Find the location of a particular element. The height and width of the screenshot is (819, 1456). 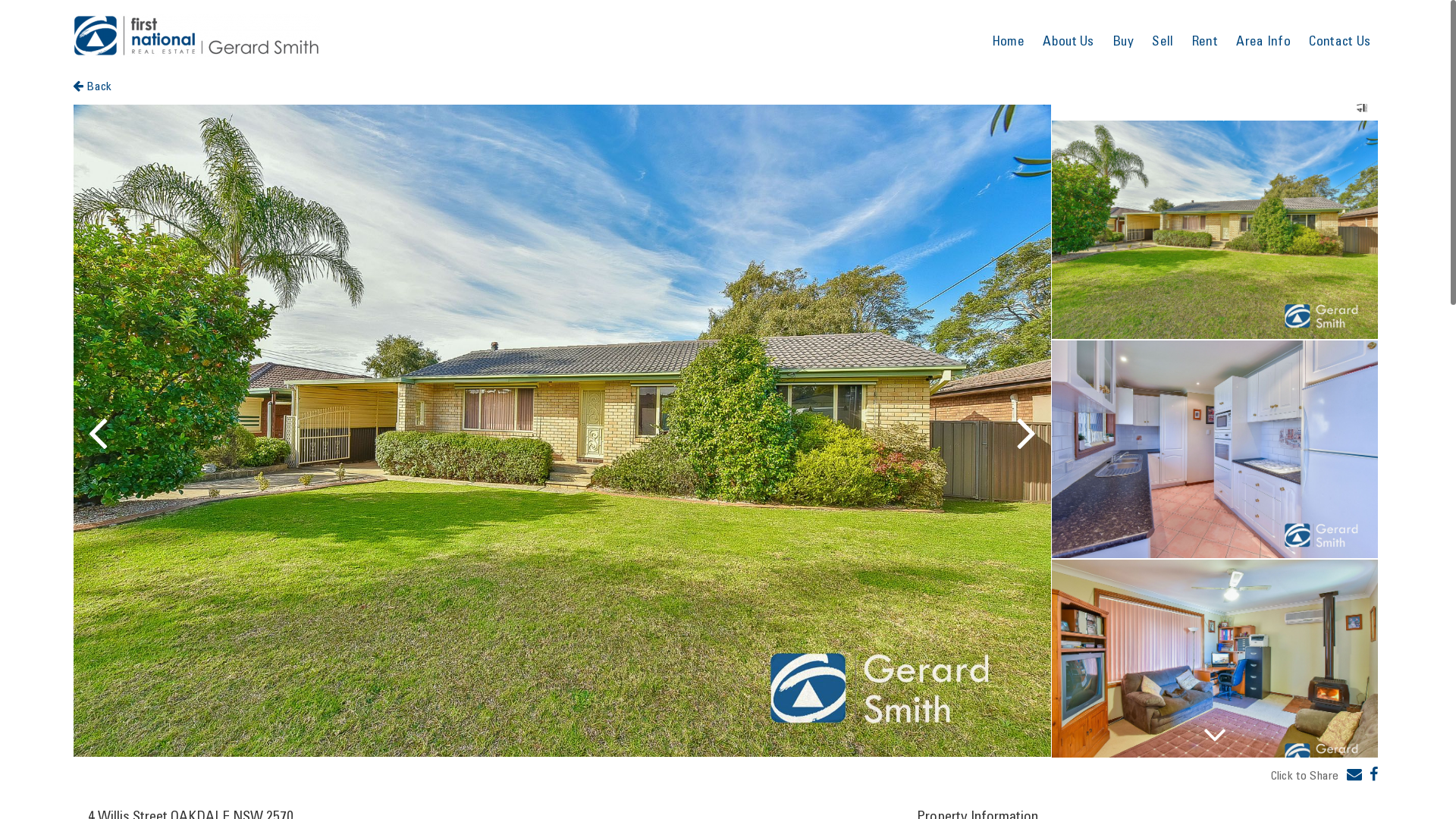

'Home' is located at coordinates (1008, 40).